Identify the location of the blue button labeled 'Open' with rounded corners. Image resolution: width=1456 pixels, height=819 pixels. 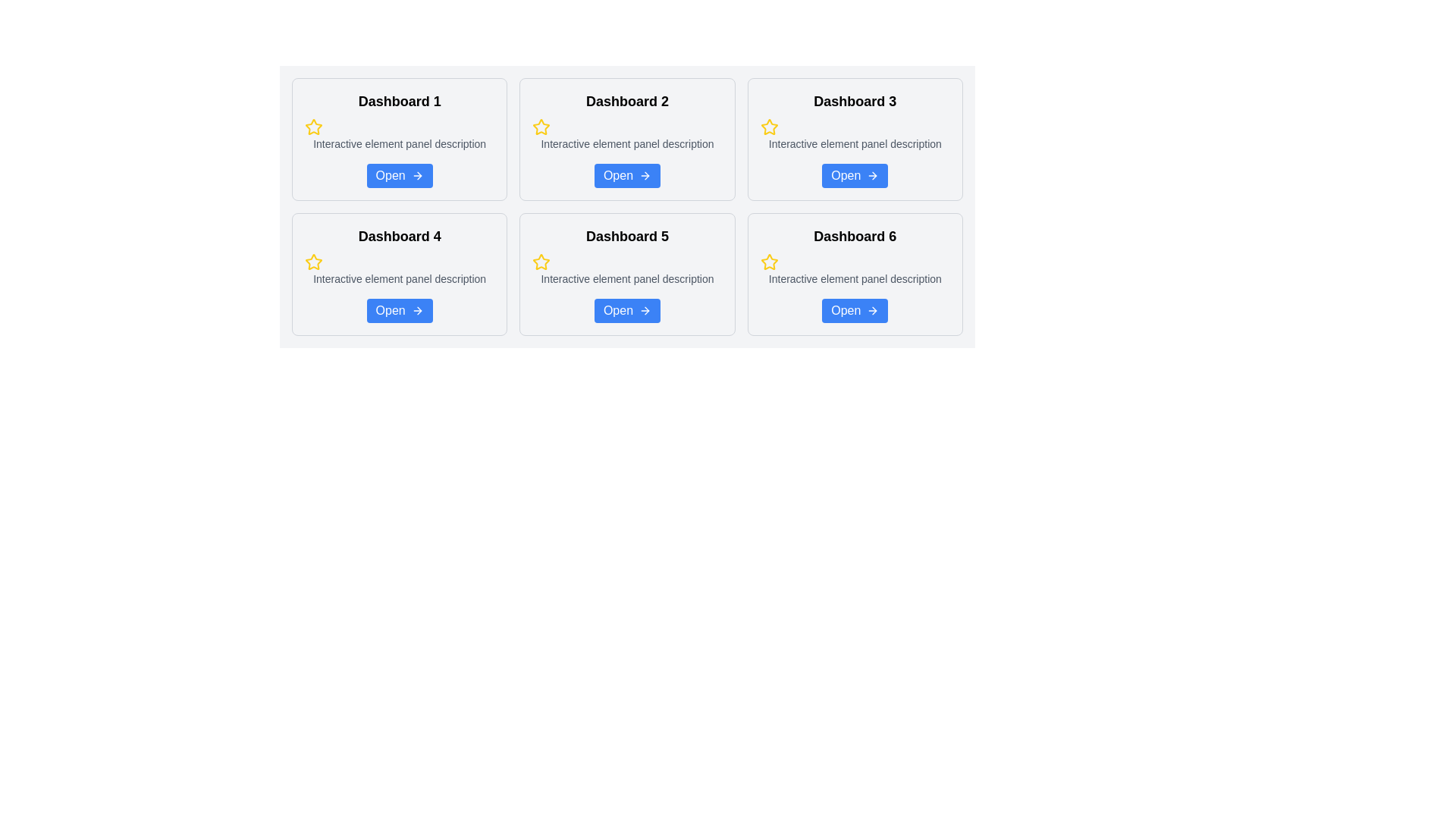
(400, 309).